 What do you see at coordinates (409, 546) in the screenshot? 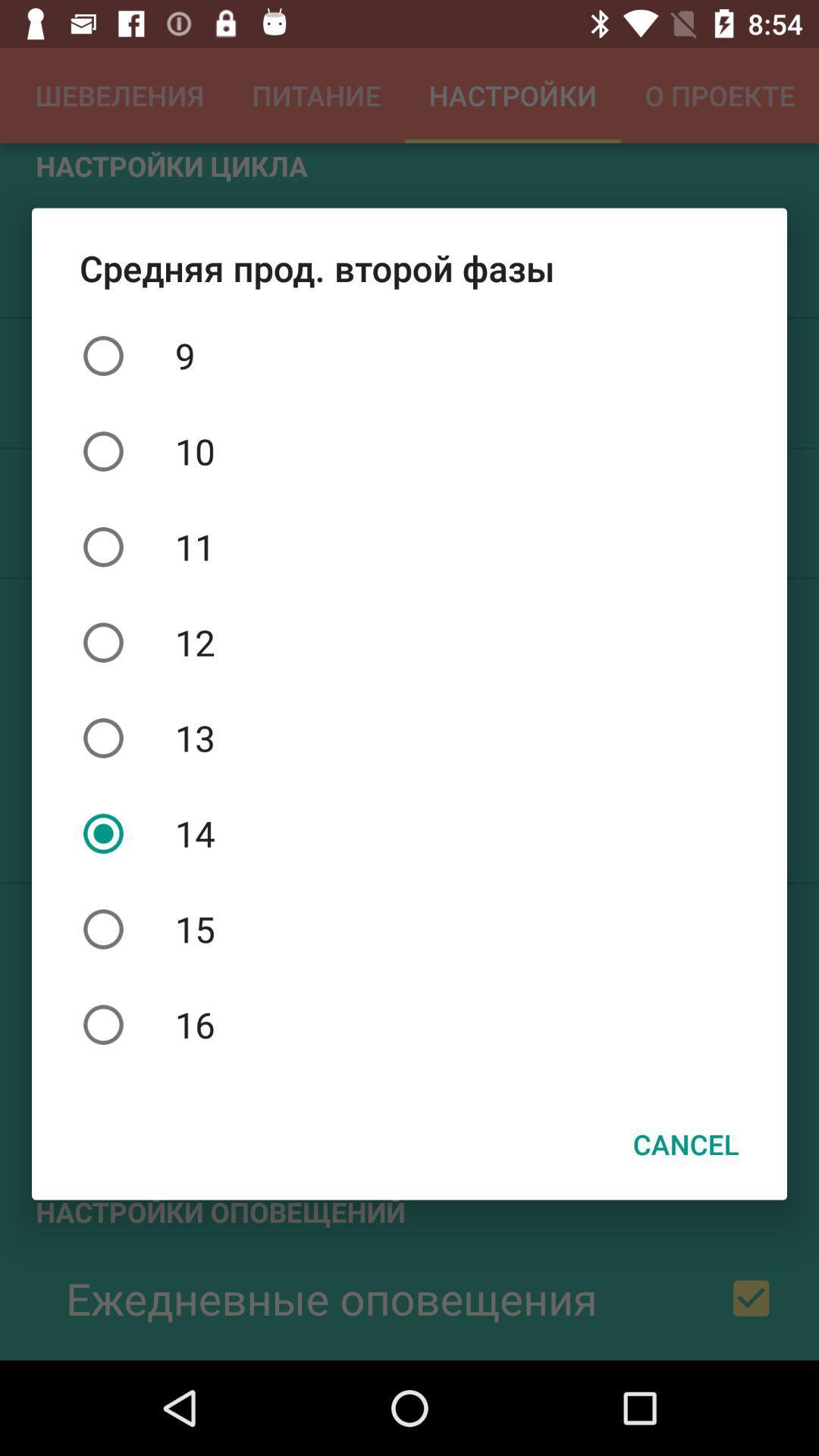
I see `the 11` at bounding box center [409, 546].